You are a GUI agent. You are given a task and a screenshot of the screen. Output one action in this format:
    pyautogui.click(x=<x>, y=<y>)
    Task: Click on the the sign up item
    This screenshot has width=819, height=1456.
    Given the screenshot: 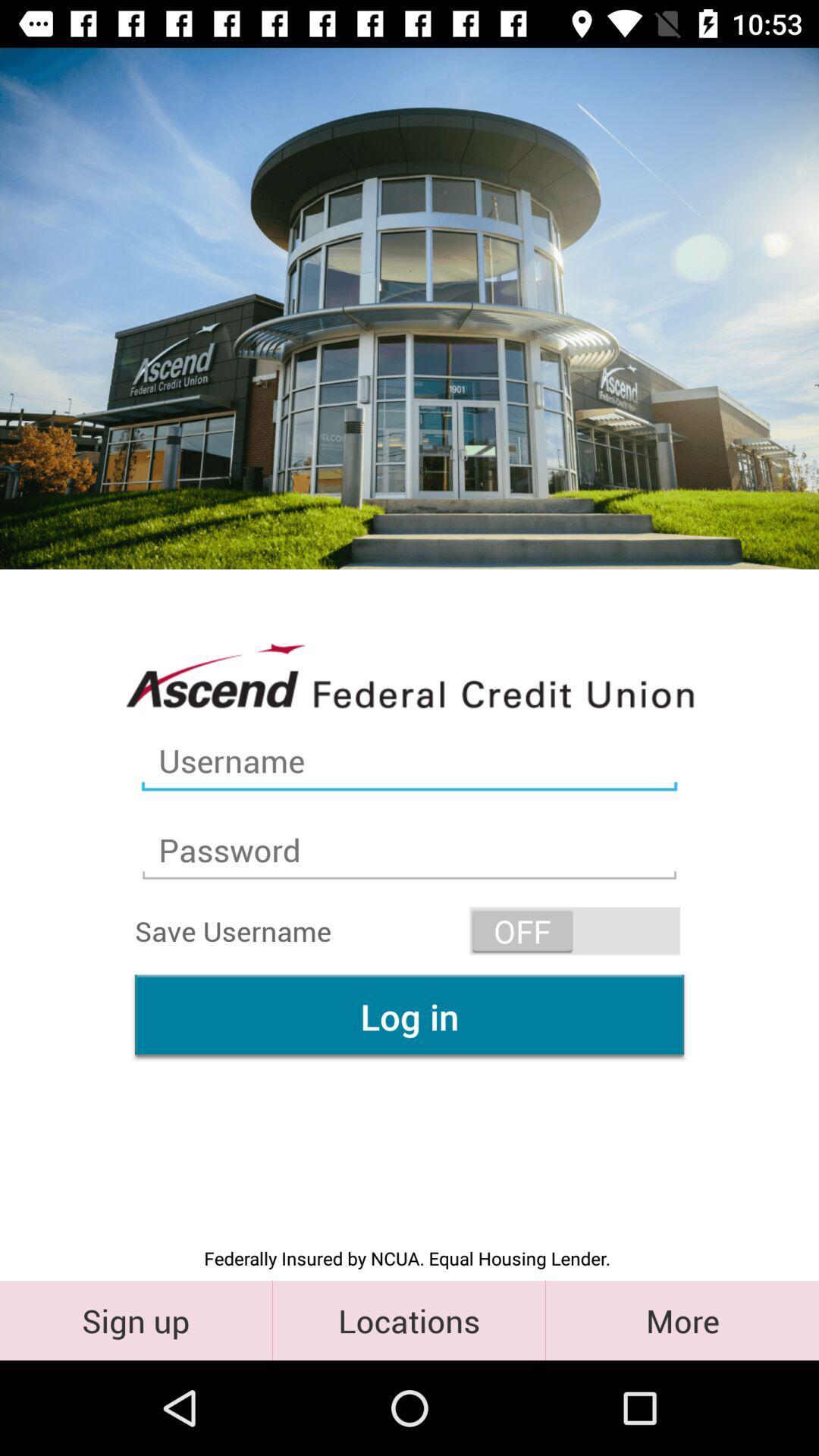 What is the action you would take?
    pyautogui.click(x=135, y=1319)
    